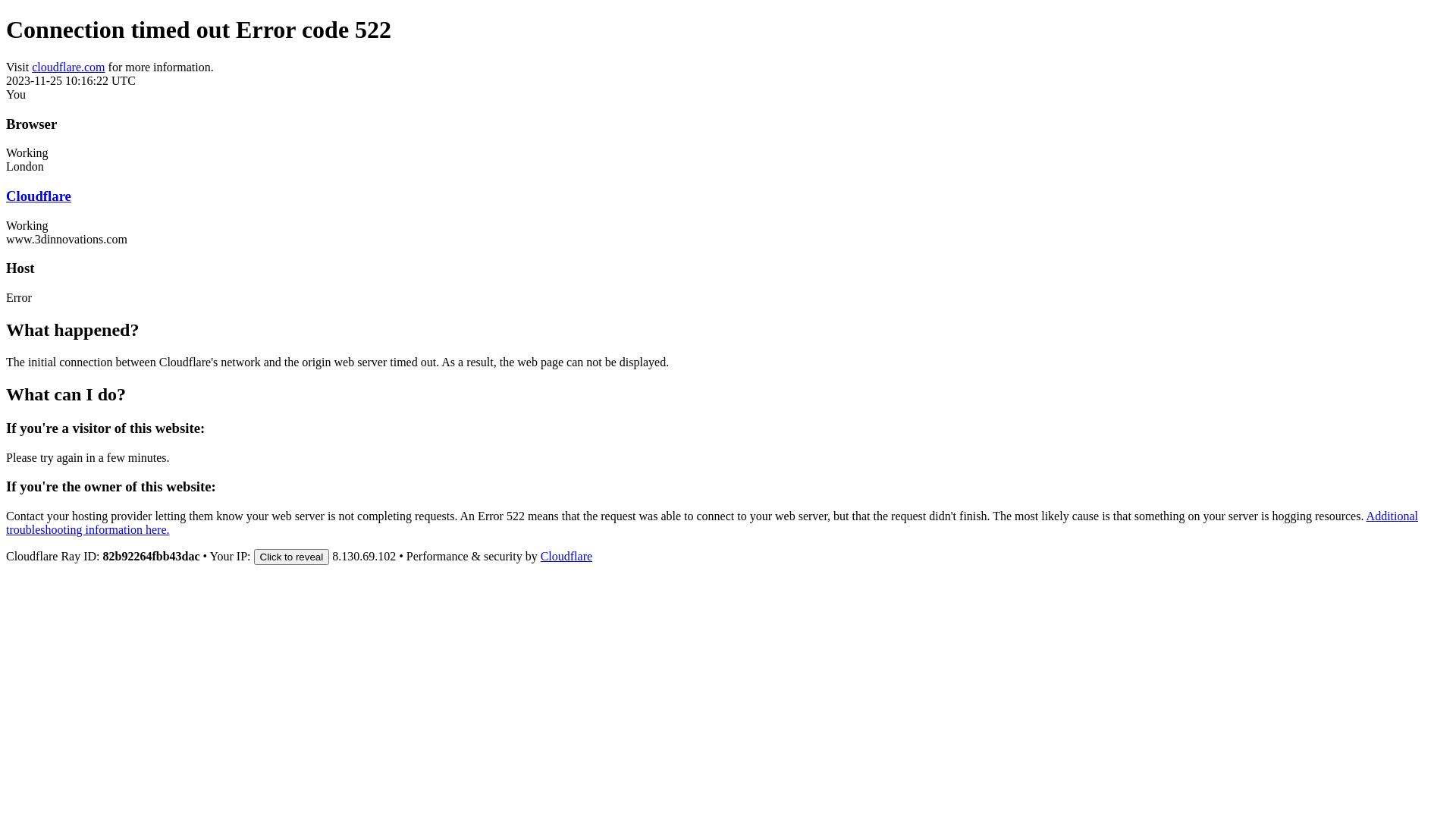 Image resolution: width=1456 pixels, height=819 pixels. What do you see at coordinates (291, 557) in the screenshot?
I see `'Click to reveal'` at bounding box center [291, 557].